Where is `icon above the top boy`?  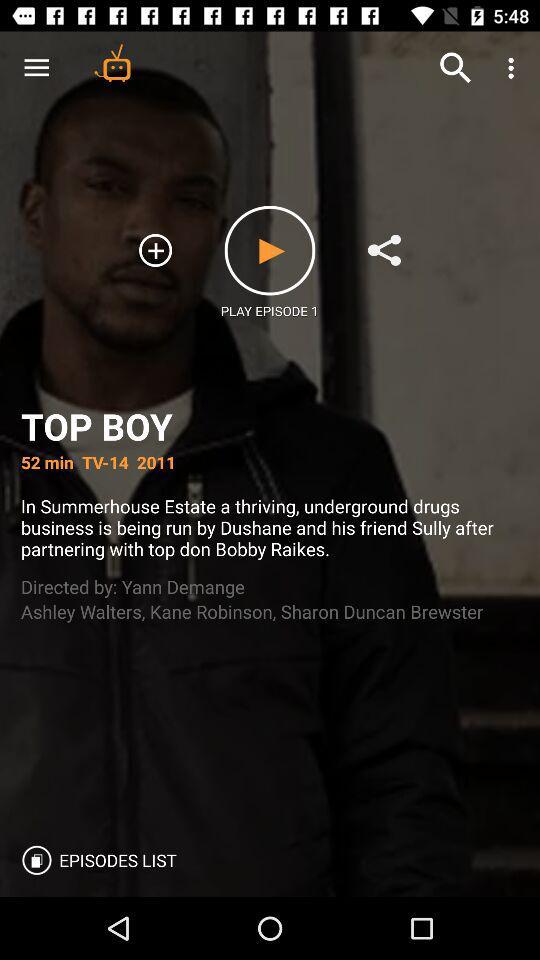
icon above the top boy is located at coordinates (36, 68).